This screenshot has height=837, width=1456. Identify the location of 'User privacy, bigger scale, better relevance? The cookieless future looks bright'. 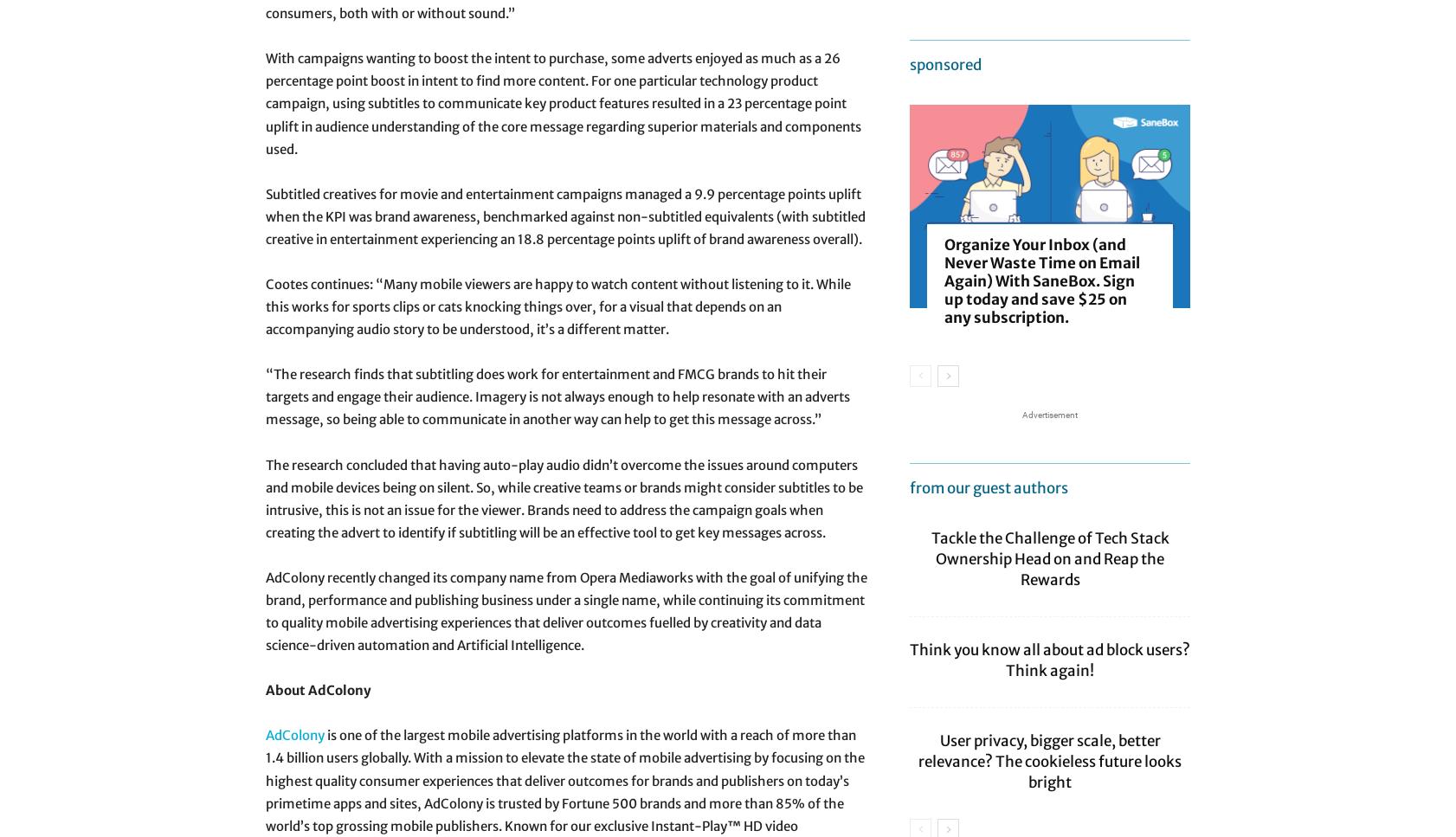
(918, 760).